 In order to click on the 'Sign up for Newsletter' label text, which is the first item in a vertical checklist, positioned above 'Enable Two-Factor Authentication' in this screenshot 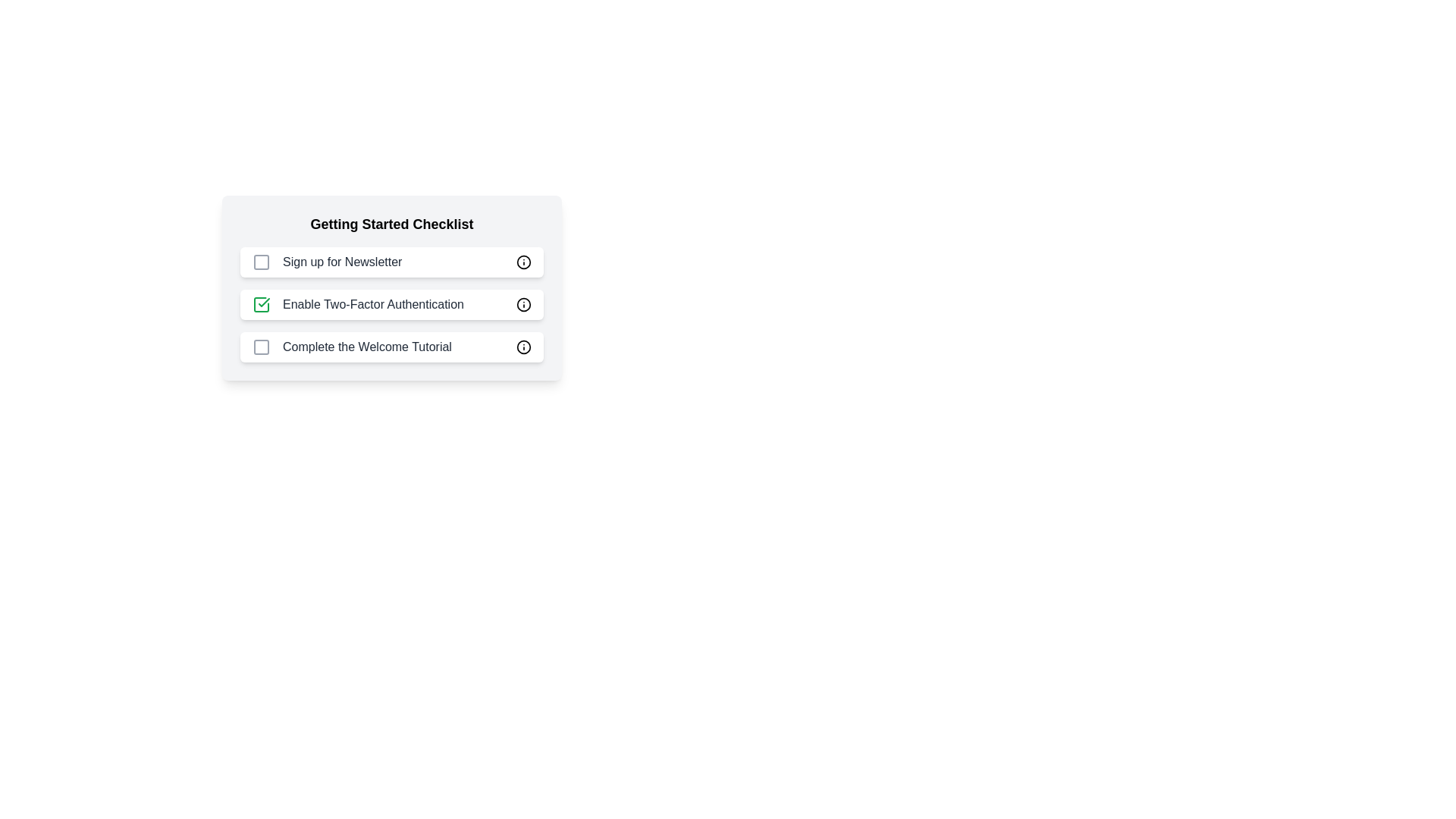, I will do `click(341, 262)`.